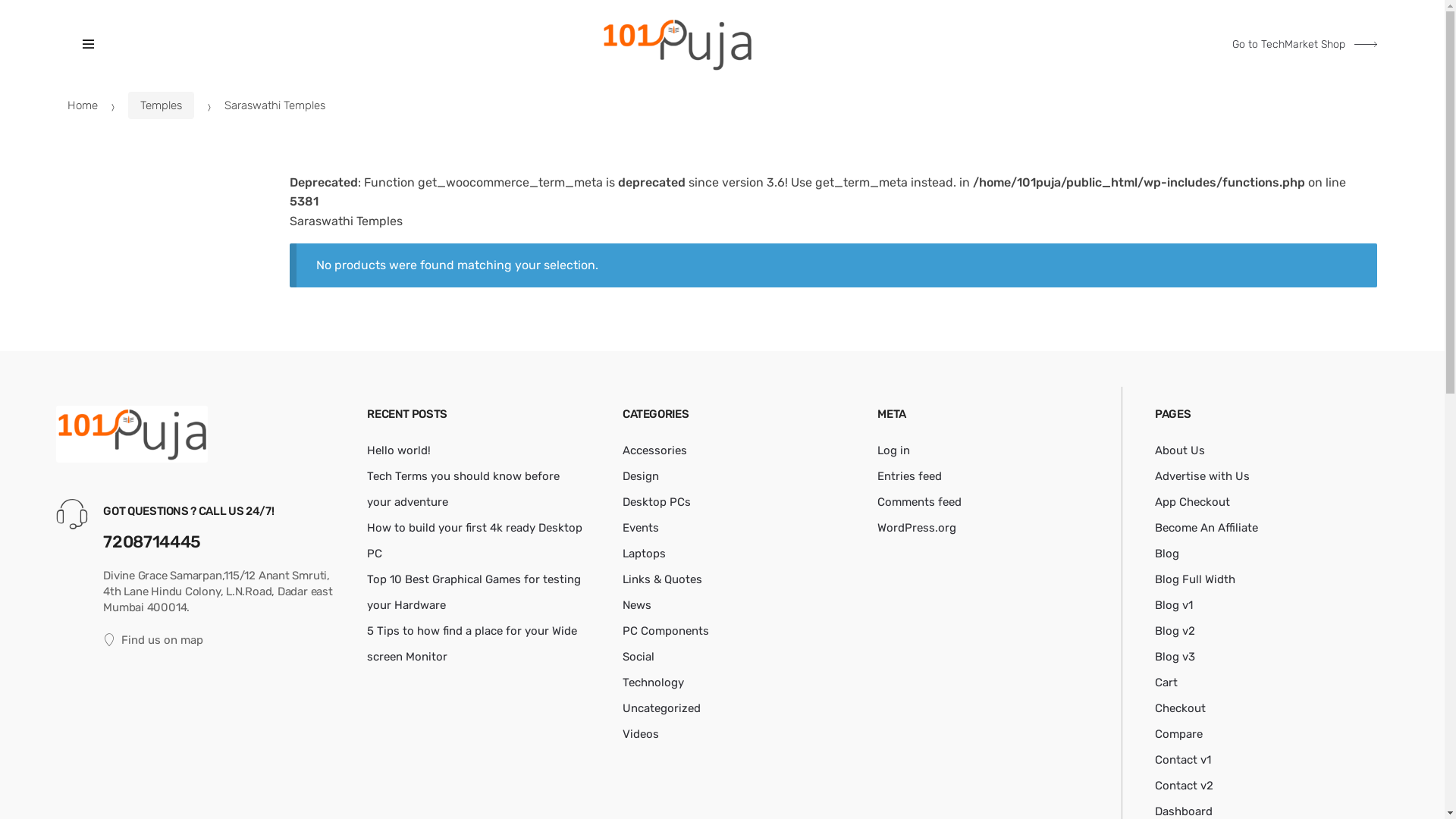 Image resolution: width=1456 pixels, height=819 pixels. I want to click on 'Blog', so click(1166, 553).